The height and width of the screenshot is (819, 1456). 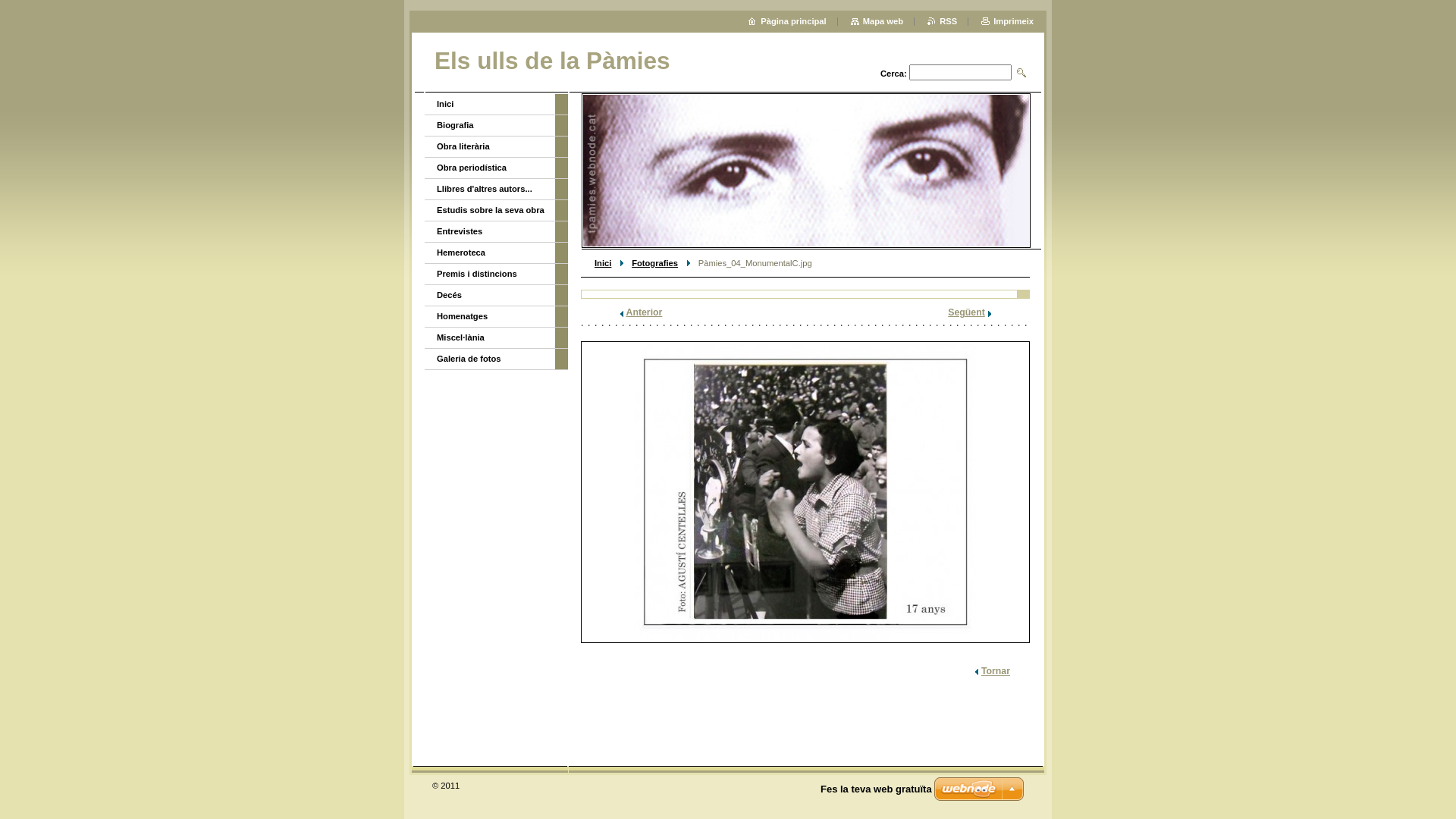 I want to click on 'Anterior', so click(x=620, y=312).